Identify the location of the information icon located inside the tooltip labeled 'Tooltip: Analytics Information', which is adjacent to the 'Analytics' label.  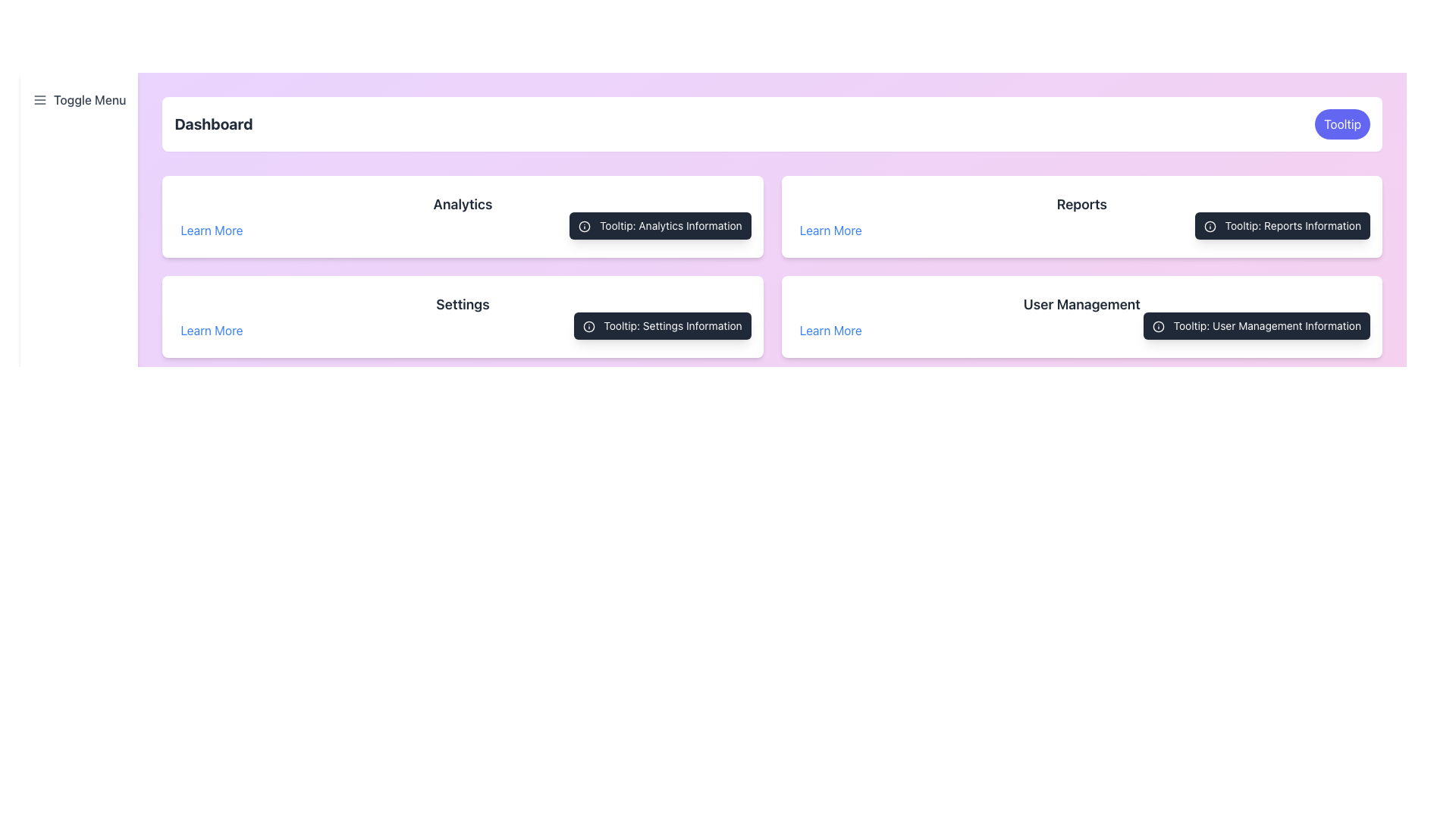
(584, 227).